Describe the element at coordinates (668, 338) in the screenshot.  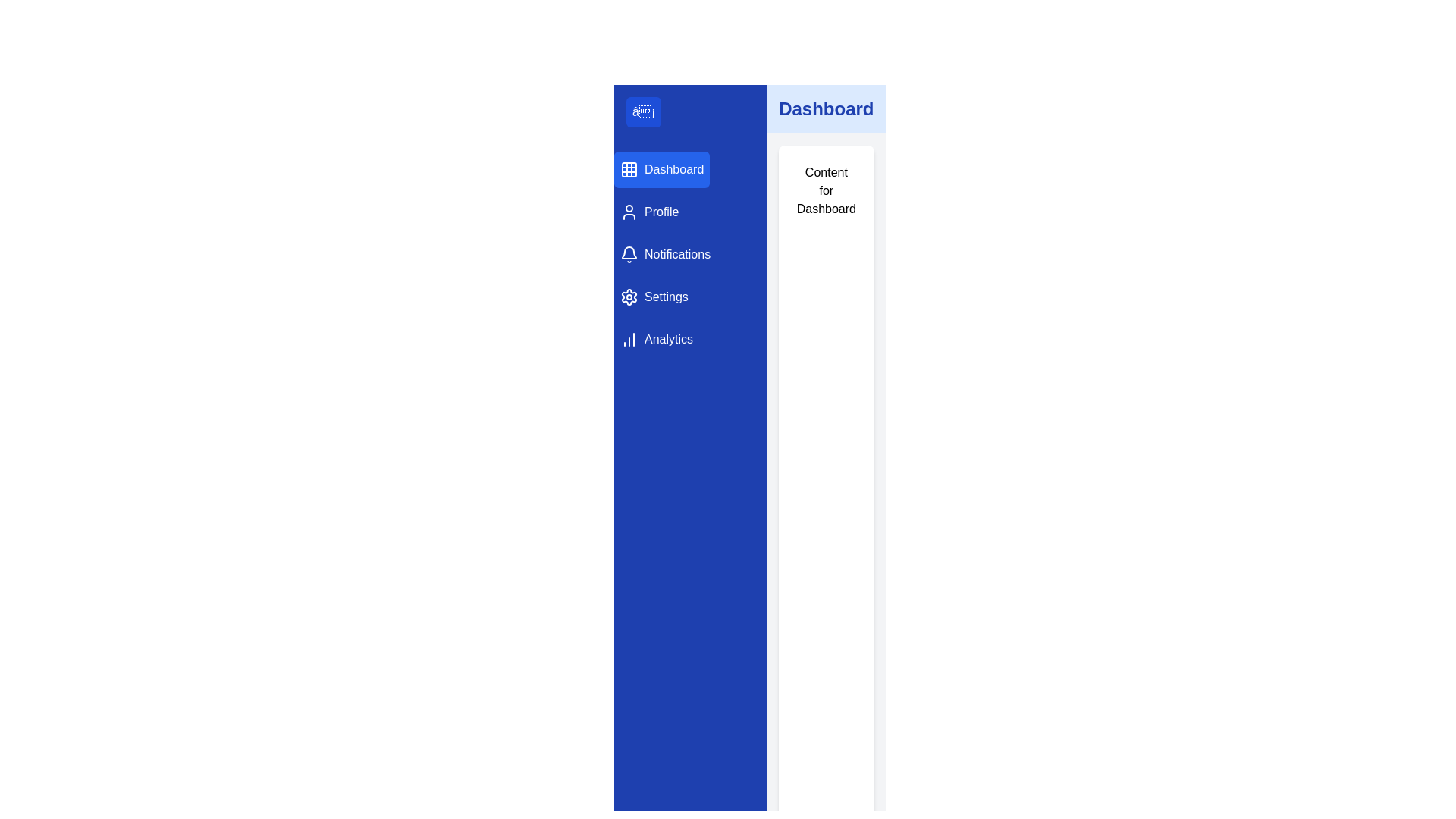
I see `the textual navigation label located on the left sidebar under 'Settings'` at that location.